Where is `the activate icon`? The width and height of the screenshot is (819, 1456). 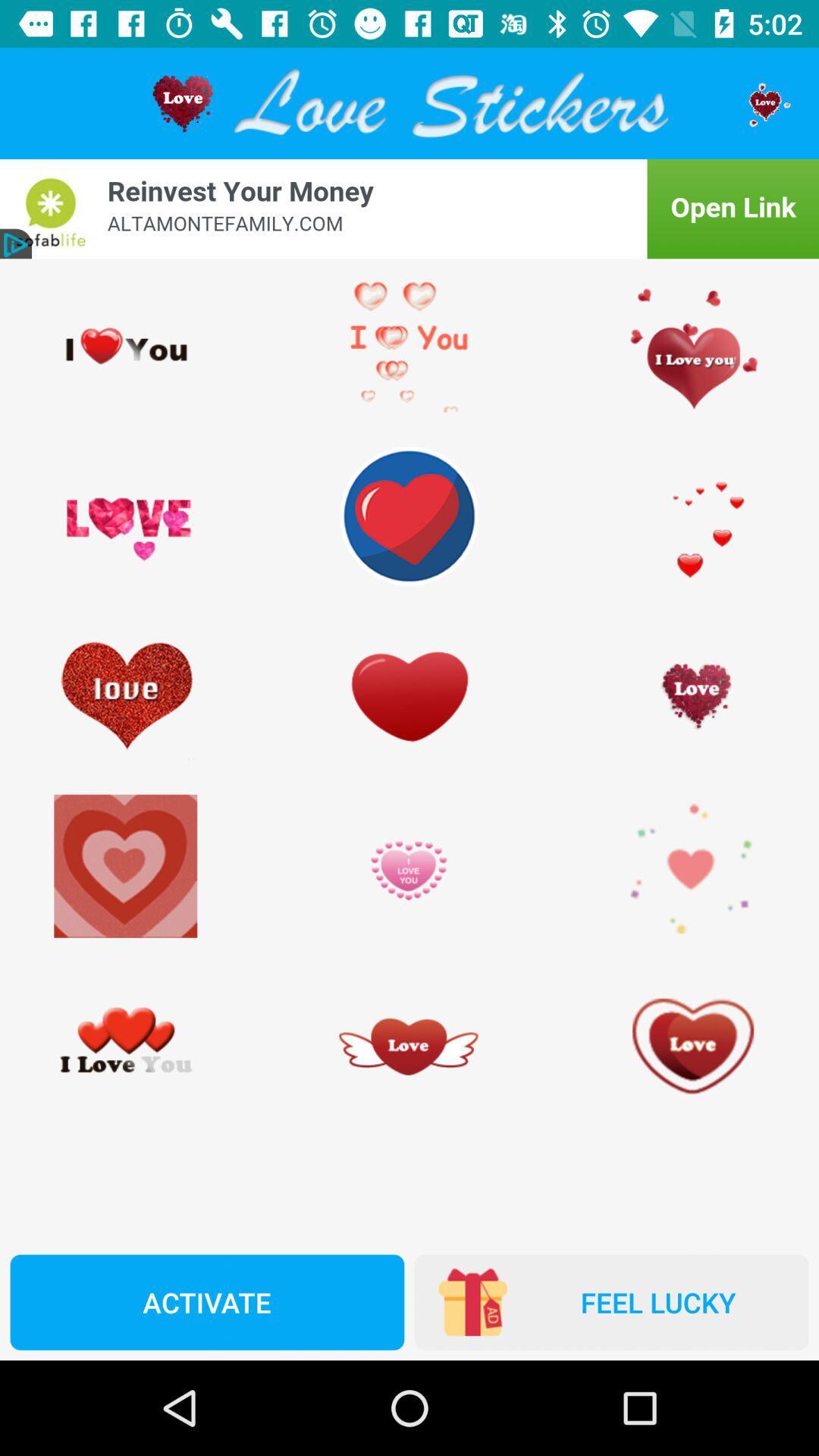
the activate icon is located at coordinates (207, 1301).